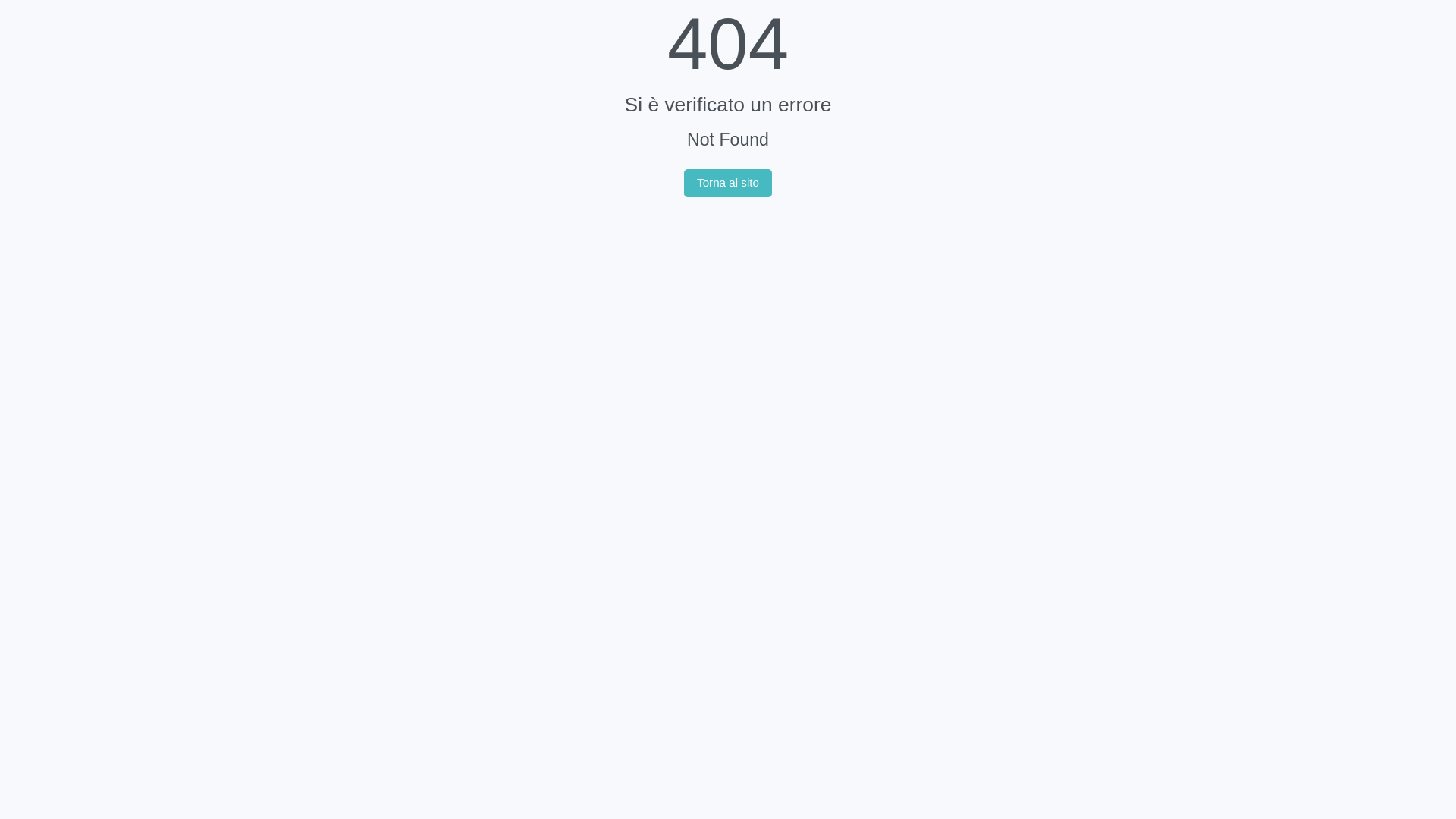 This screenshot has width=1456, height=819. I want to click on 'Torna al sito', so click(728, 183).